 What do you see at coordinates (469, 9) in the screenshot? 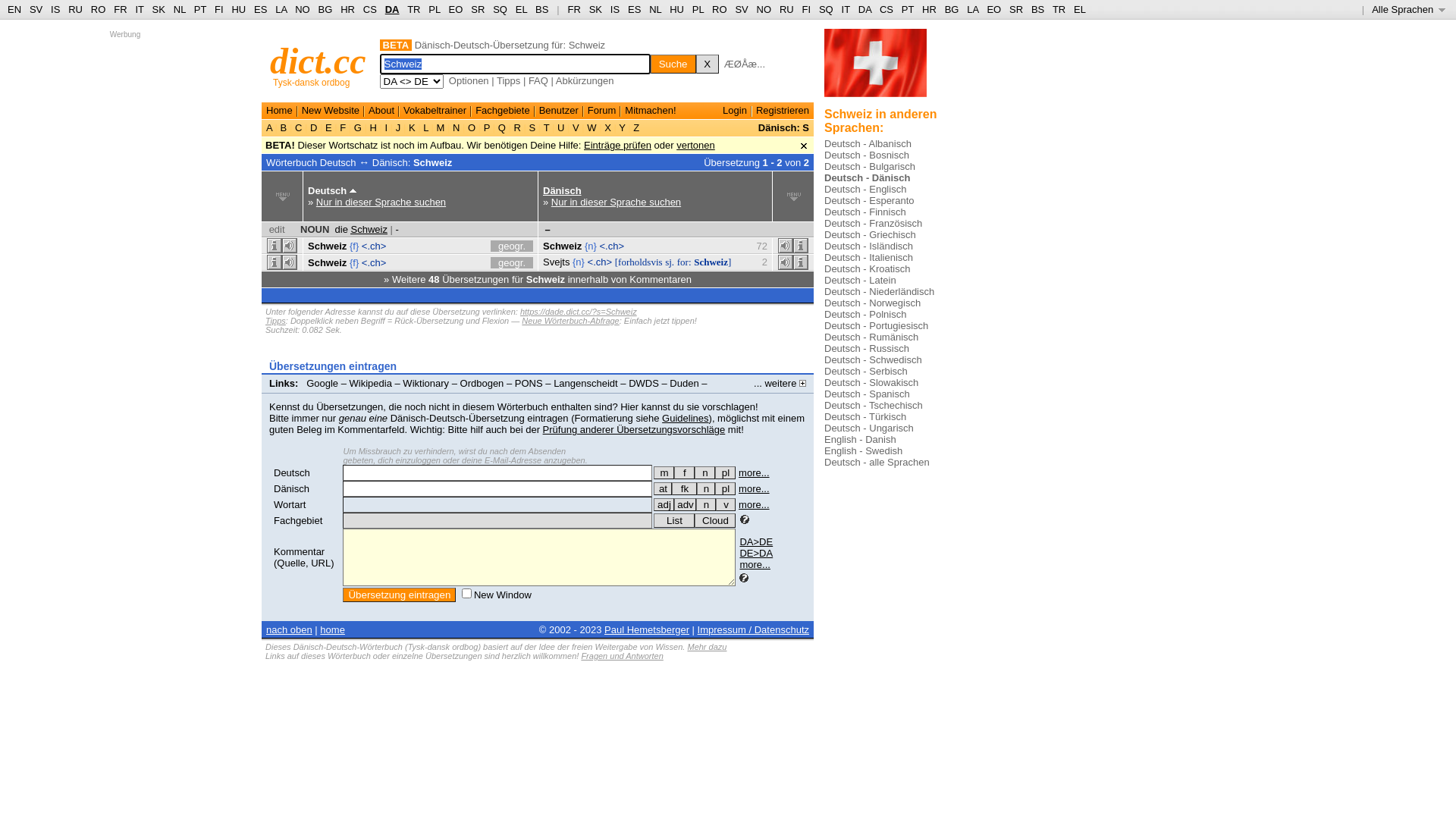
I see `'SR'` at bounding box center [469, 9].